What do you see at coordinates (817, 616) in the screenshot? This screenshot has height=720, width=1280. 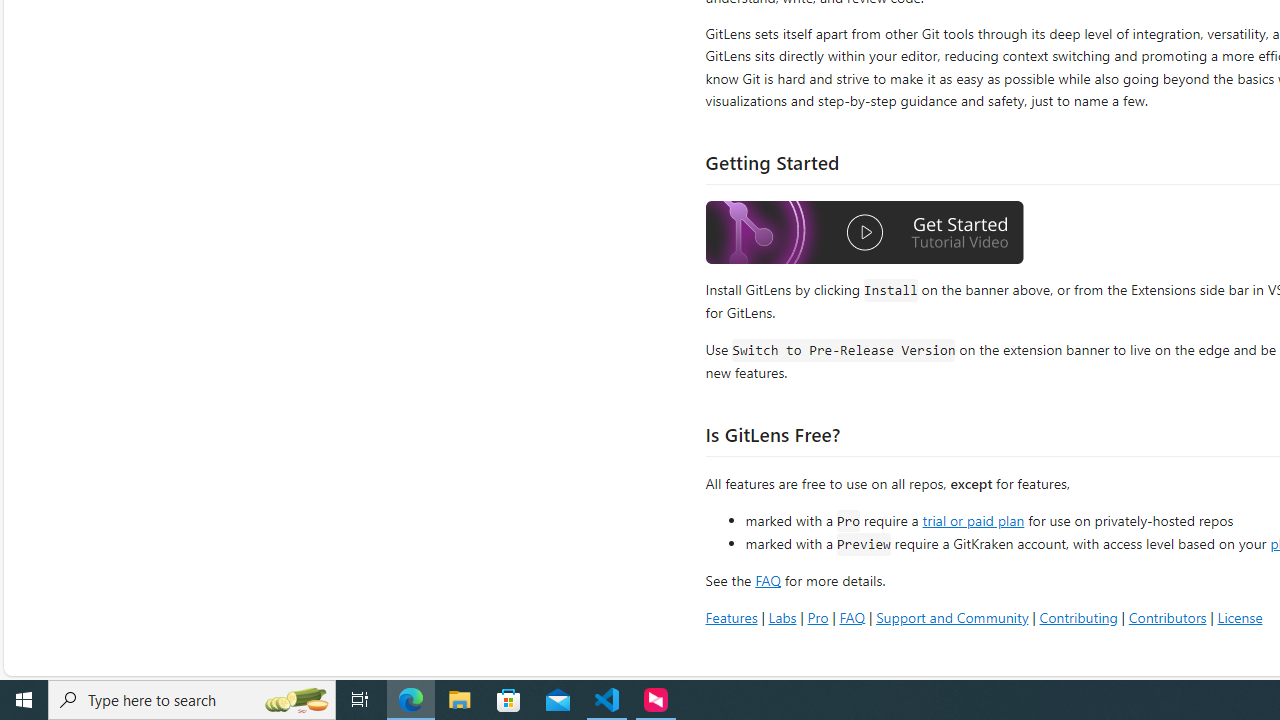 I see `'Pro'` at bounding box center [817, 616].